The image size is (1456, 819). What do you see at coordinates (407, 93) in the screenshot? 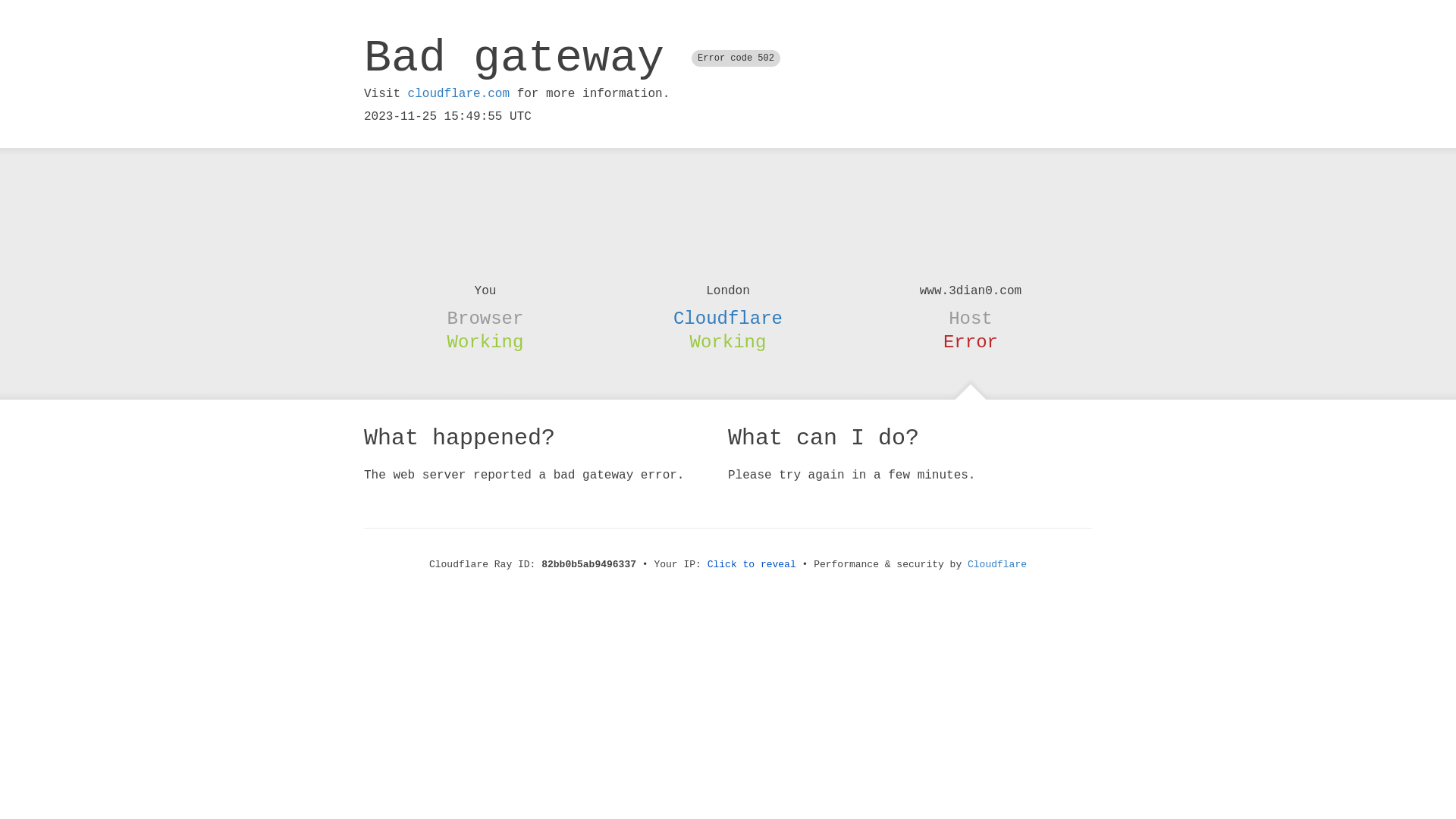
I see `'cloudflare.com'` at bounding box center [407, 93].